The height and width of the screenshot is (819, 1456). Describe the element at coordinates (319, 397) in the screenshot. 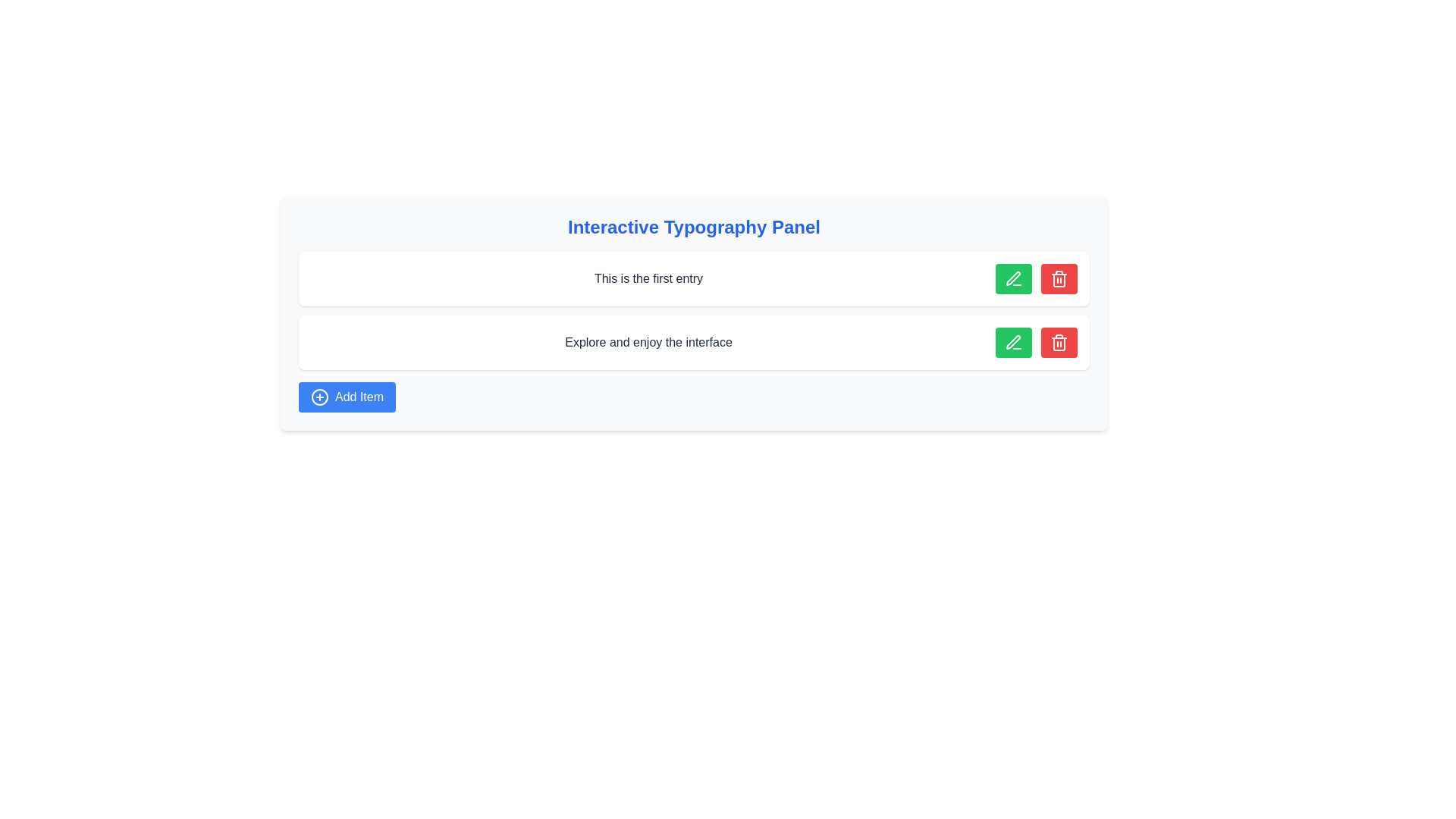

I see `the decorative circular background element of the '+' sign within the 'Add Item' button located at the bottom left of the interactive panel` at that location.